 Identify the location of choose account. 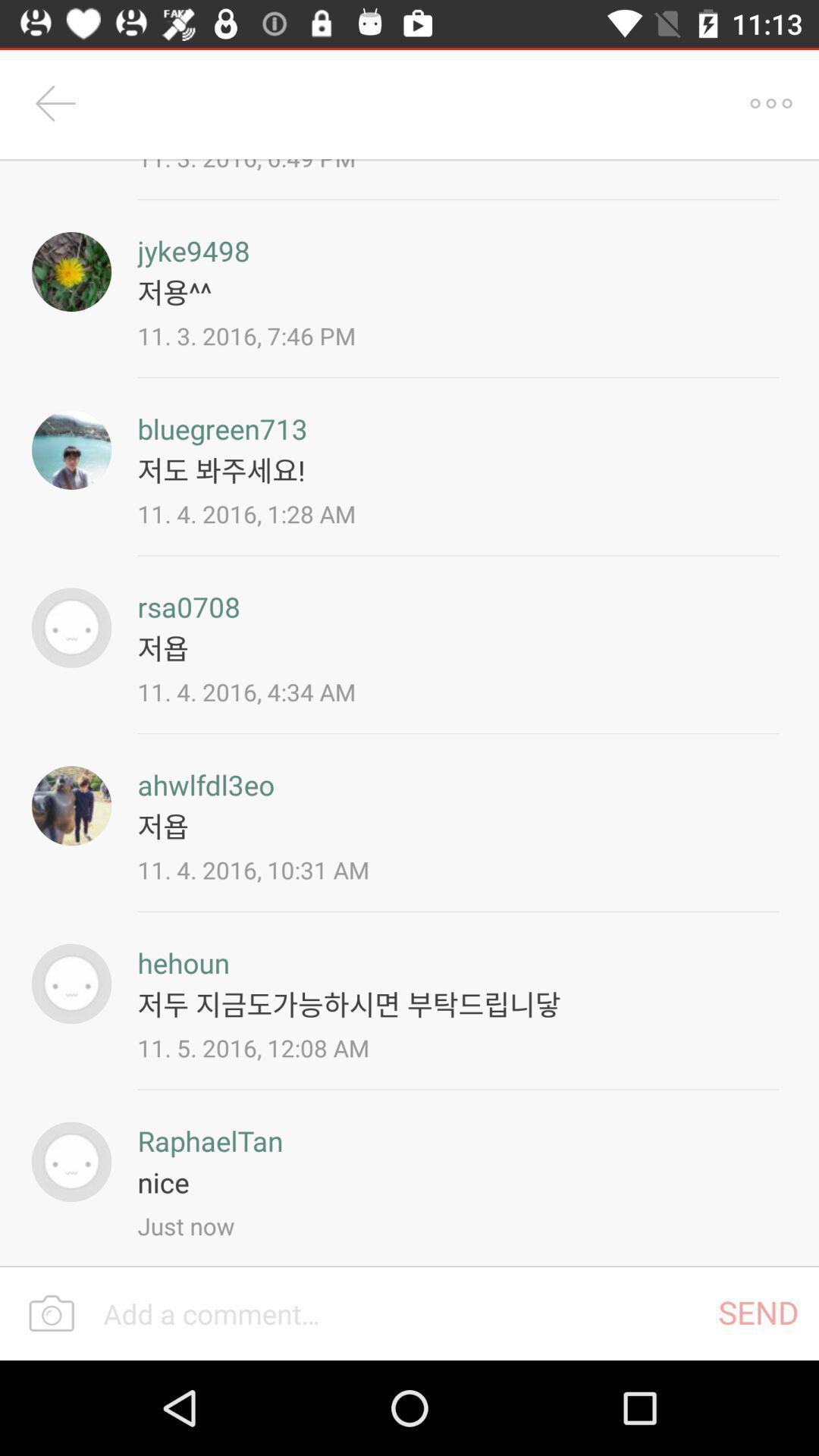
(71, 449).